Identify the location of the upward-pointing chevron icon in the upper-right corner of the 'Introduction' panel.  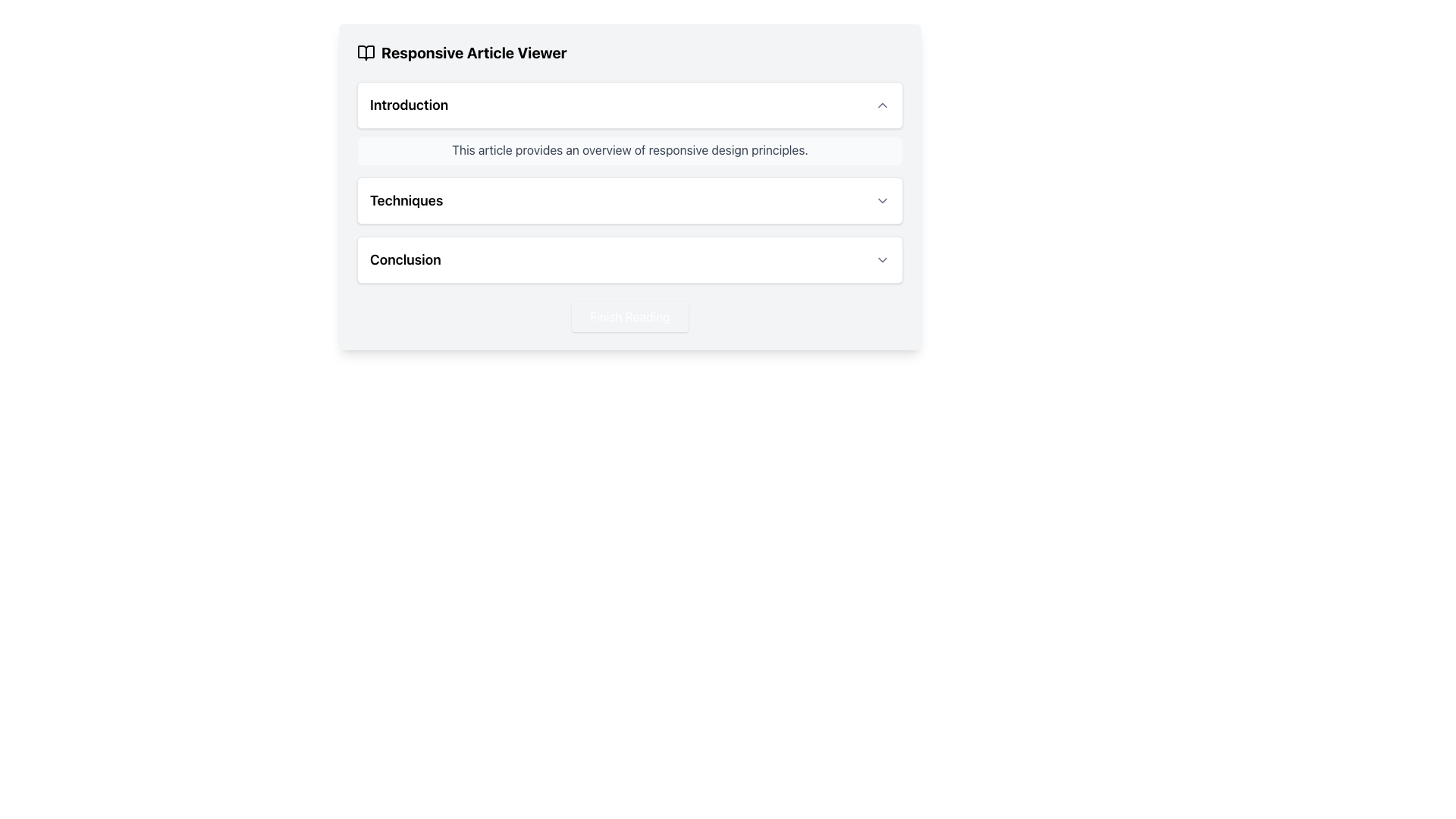
(882, 104).